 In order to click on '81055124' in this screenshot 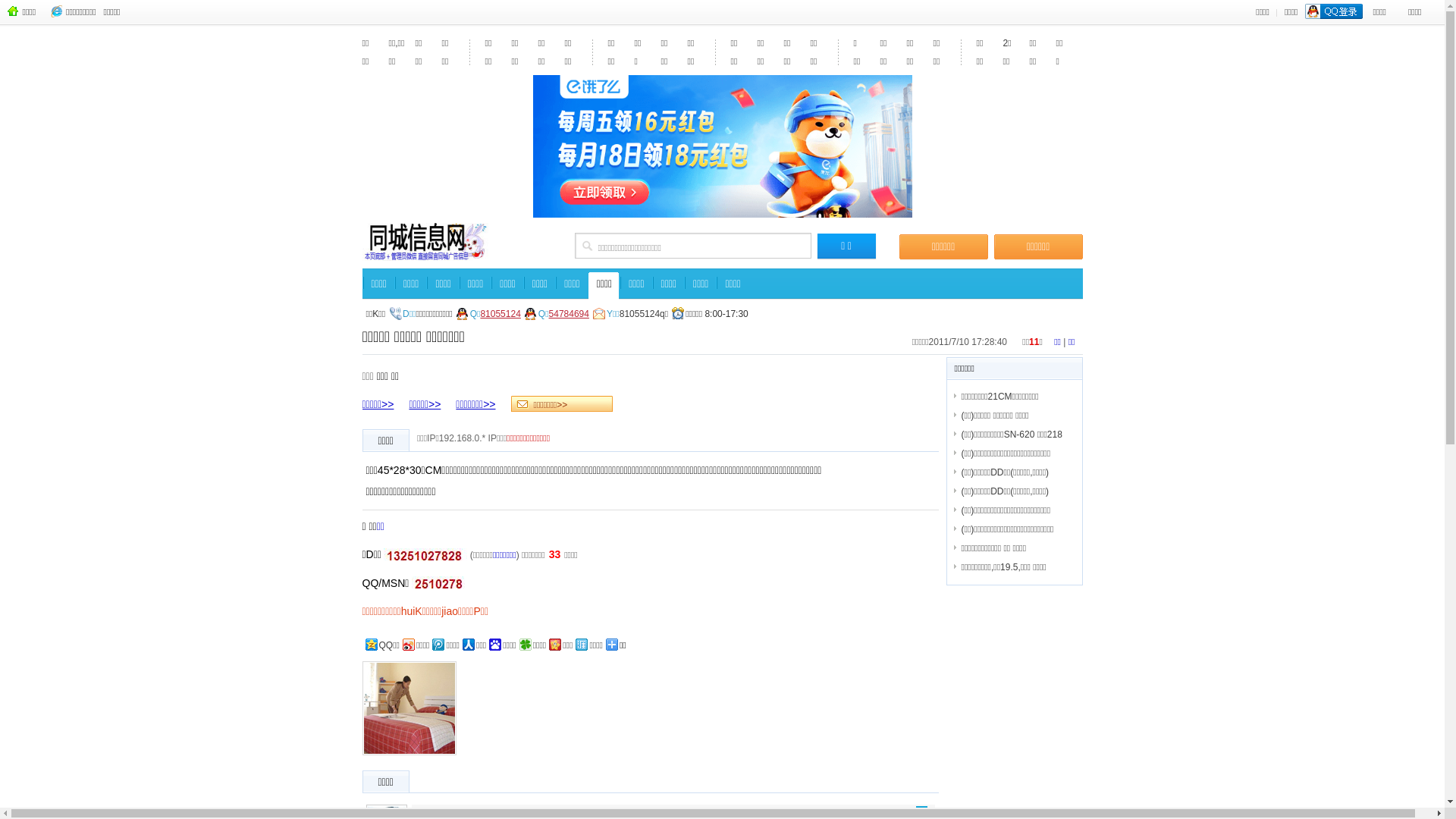, I will do `click(500, 312)`.